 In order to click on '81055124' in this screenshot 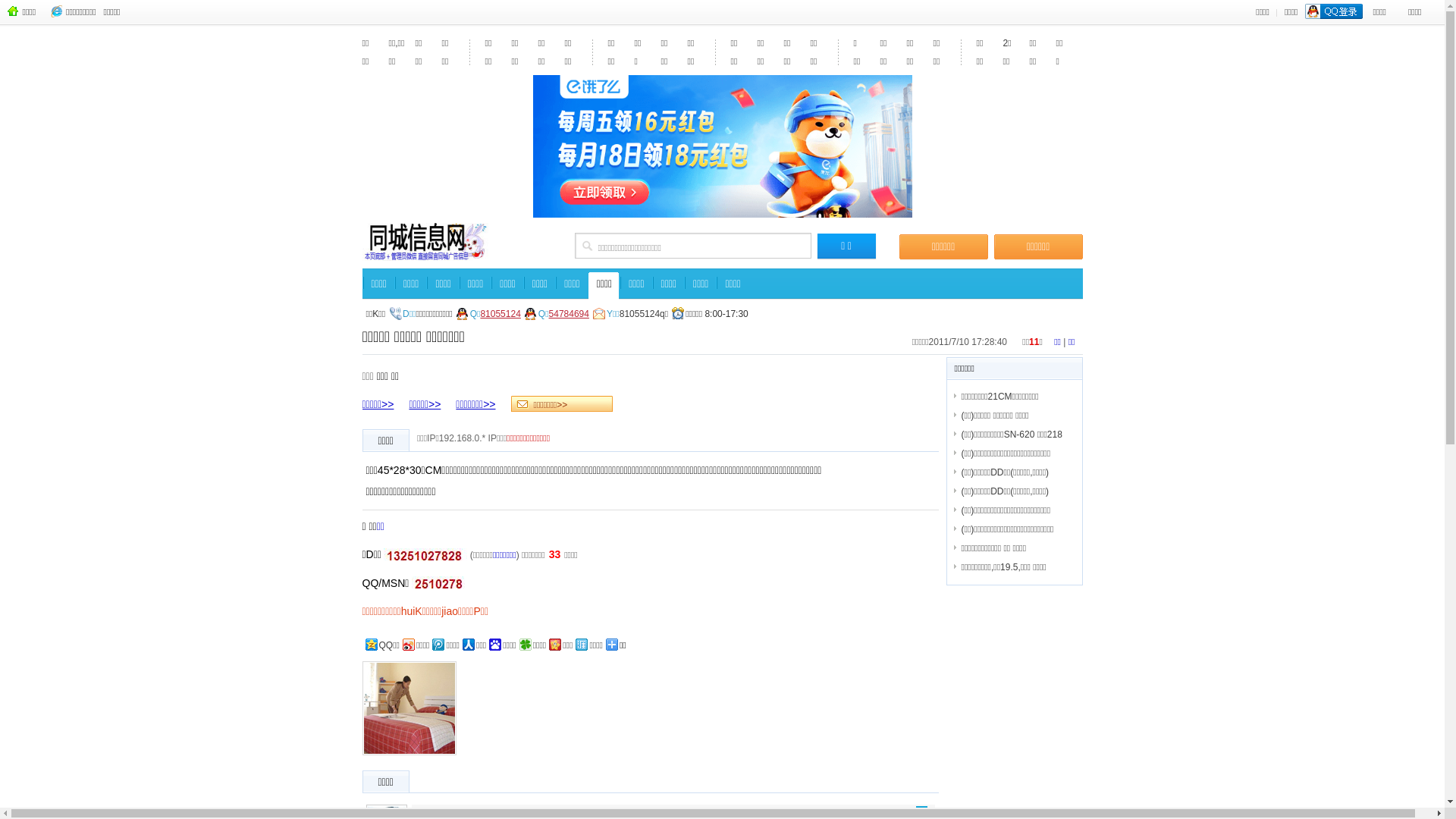, I will do `click(500, 312)`.